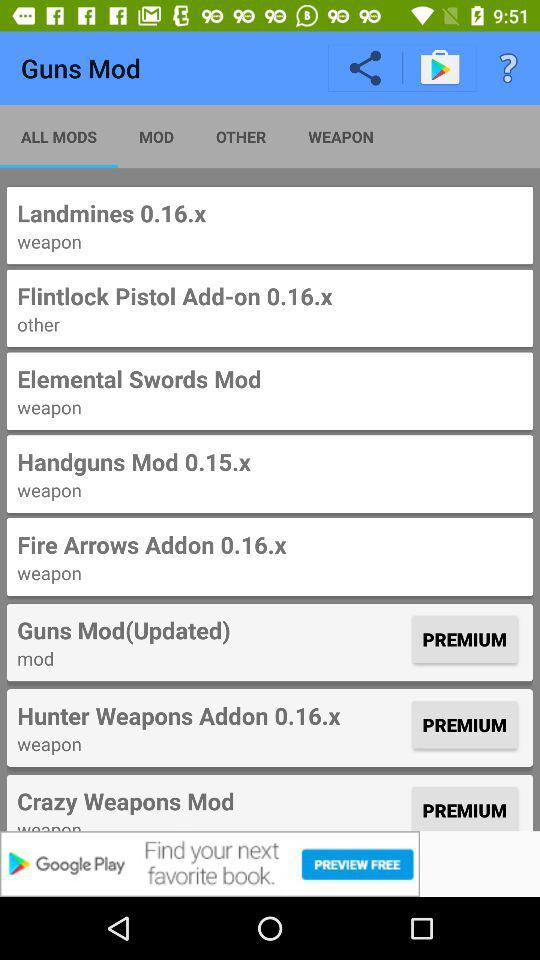 The height and width of the screenshot is (960, 540). Describe the element at coordinates (270, 390) in the screenshot. I see `the elemental swords mod` at that location.